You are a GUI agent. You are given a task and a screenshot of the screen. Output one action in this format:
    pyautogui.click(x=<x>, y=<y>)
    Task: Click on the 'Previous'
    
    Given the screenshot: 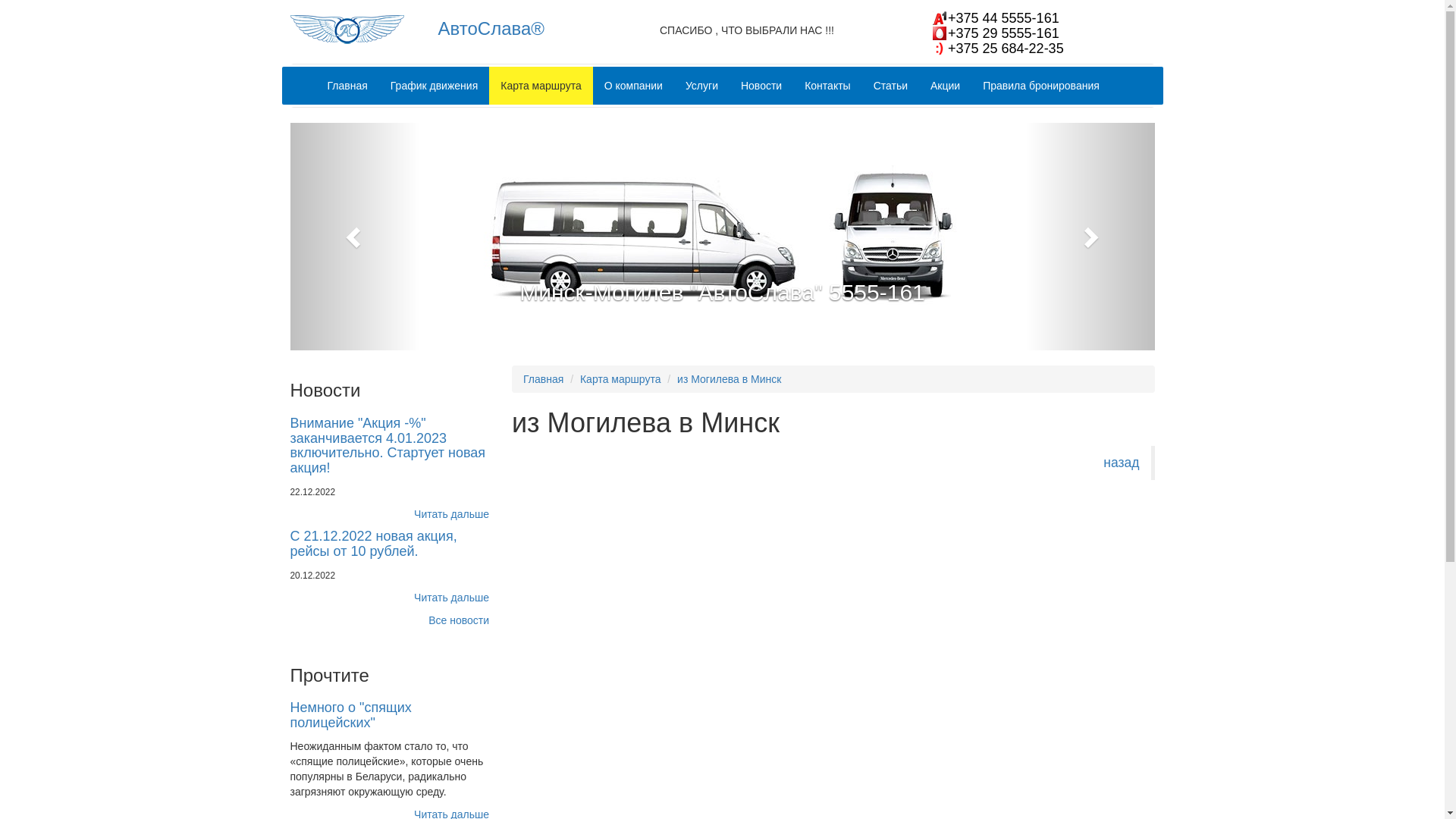 What is the action you would take?
    pyautogui.click(x=353, y=237)
    